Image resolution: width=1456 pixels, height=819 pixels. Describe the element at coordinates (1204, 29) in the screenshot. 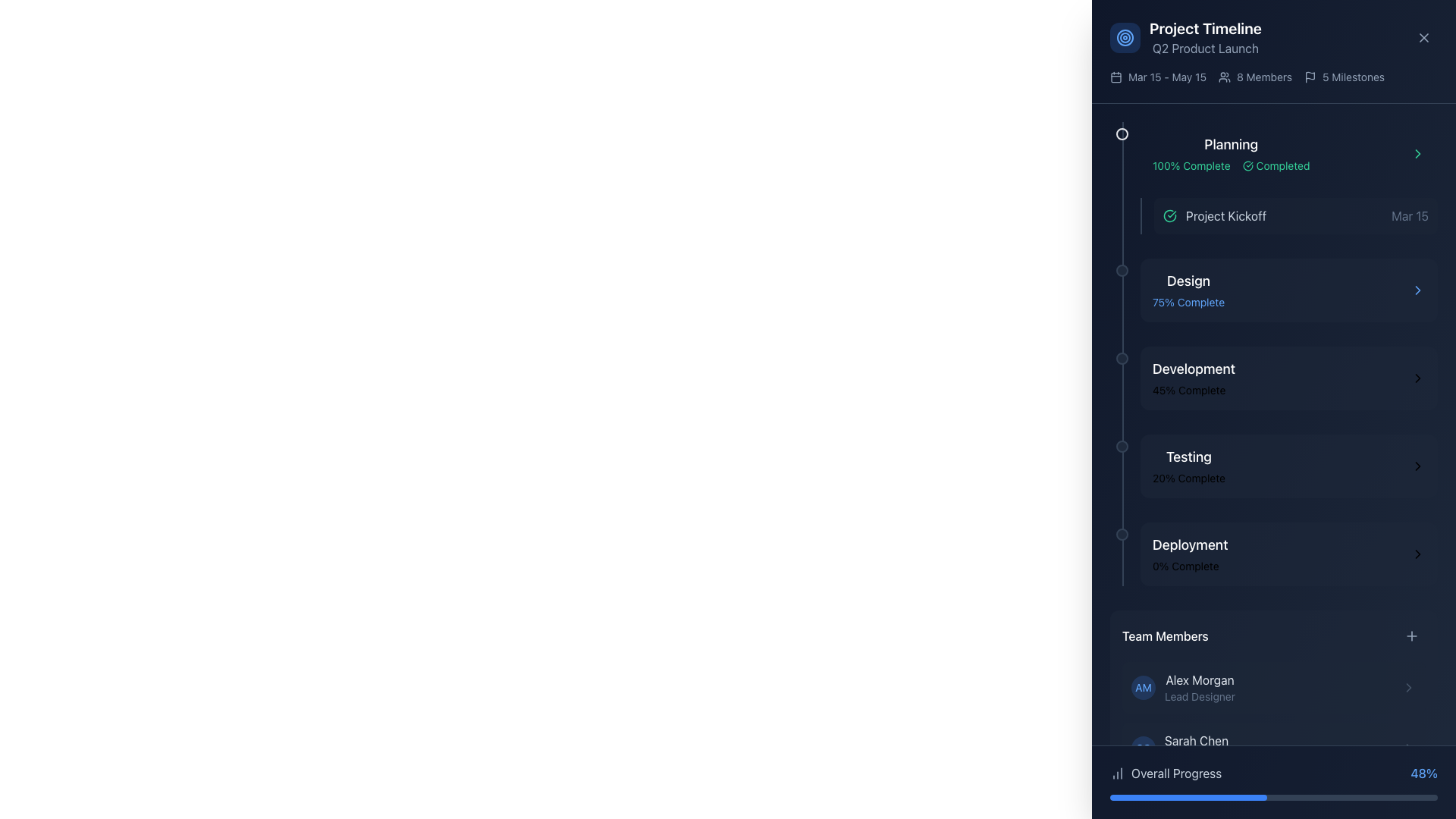

I see `title text of the Text Label located at the top-left corner of the sidebar section, which serves as a visual heading or title for the section` at that location.